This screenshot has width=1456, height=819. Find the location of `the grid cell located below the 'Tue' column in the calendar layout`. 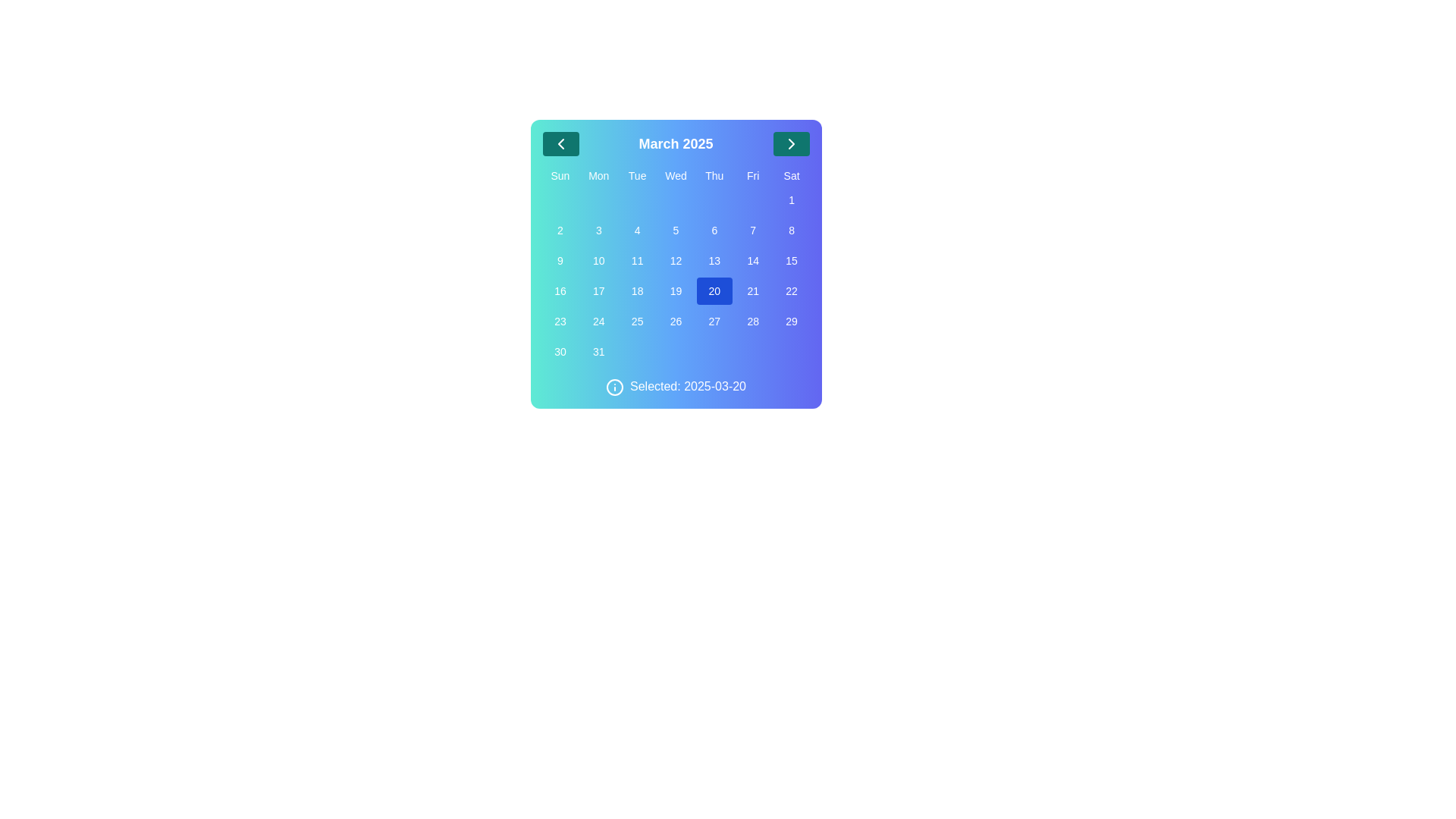

the grid cell located below the 'Tue' column in the calendar layout is located at coordinates (637, 199).